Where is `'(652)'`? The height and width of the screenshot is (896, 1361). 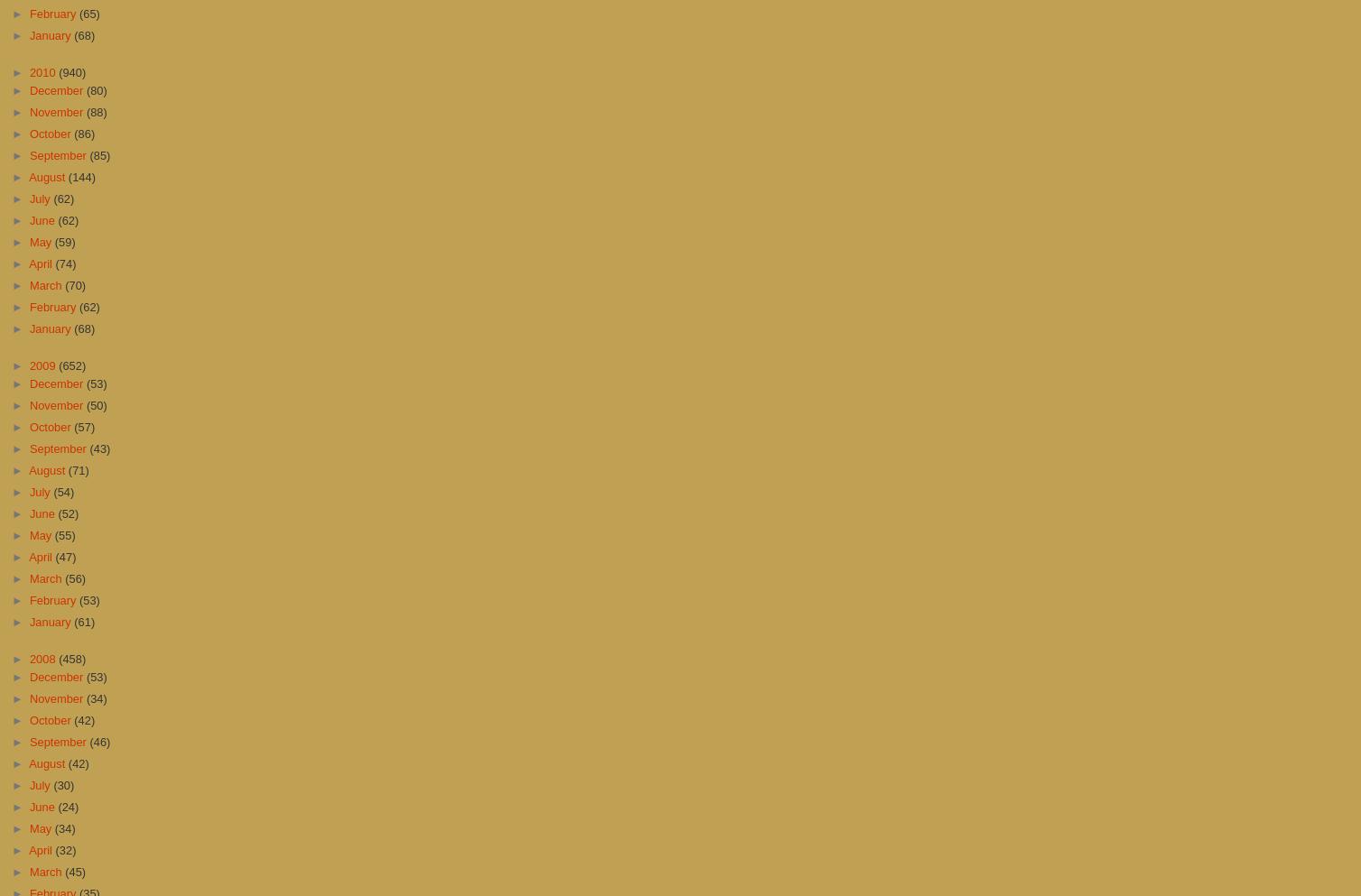
'(652)' is located at coordinates (58, 365).